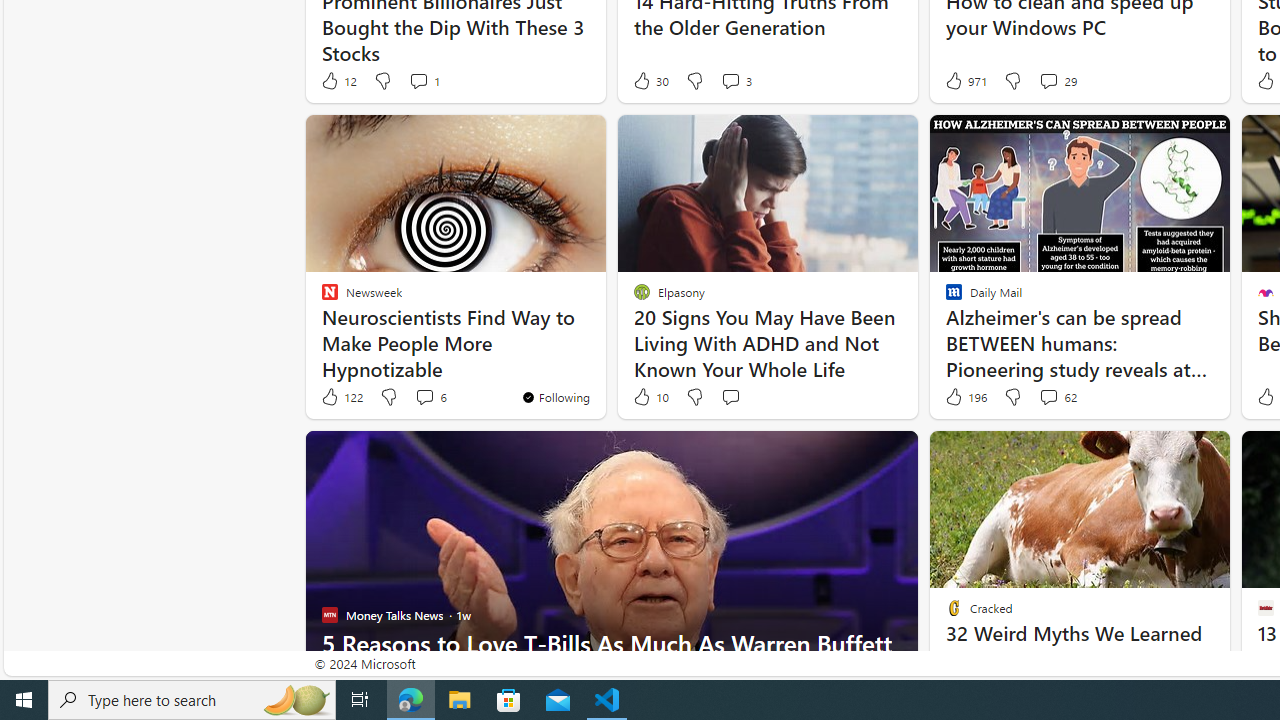 The image size is (1280, 720). I want to click on '196 Like', so click(964, 397).